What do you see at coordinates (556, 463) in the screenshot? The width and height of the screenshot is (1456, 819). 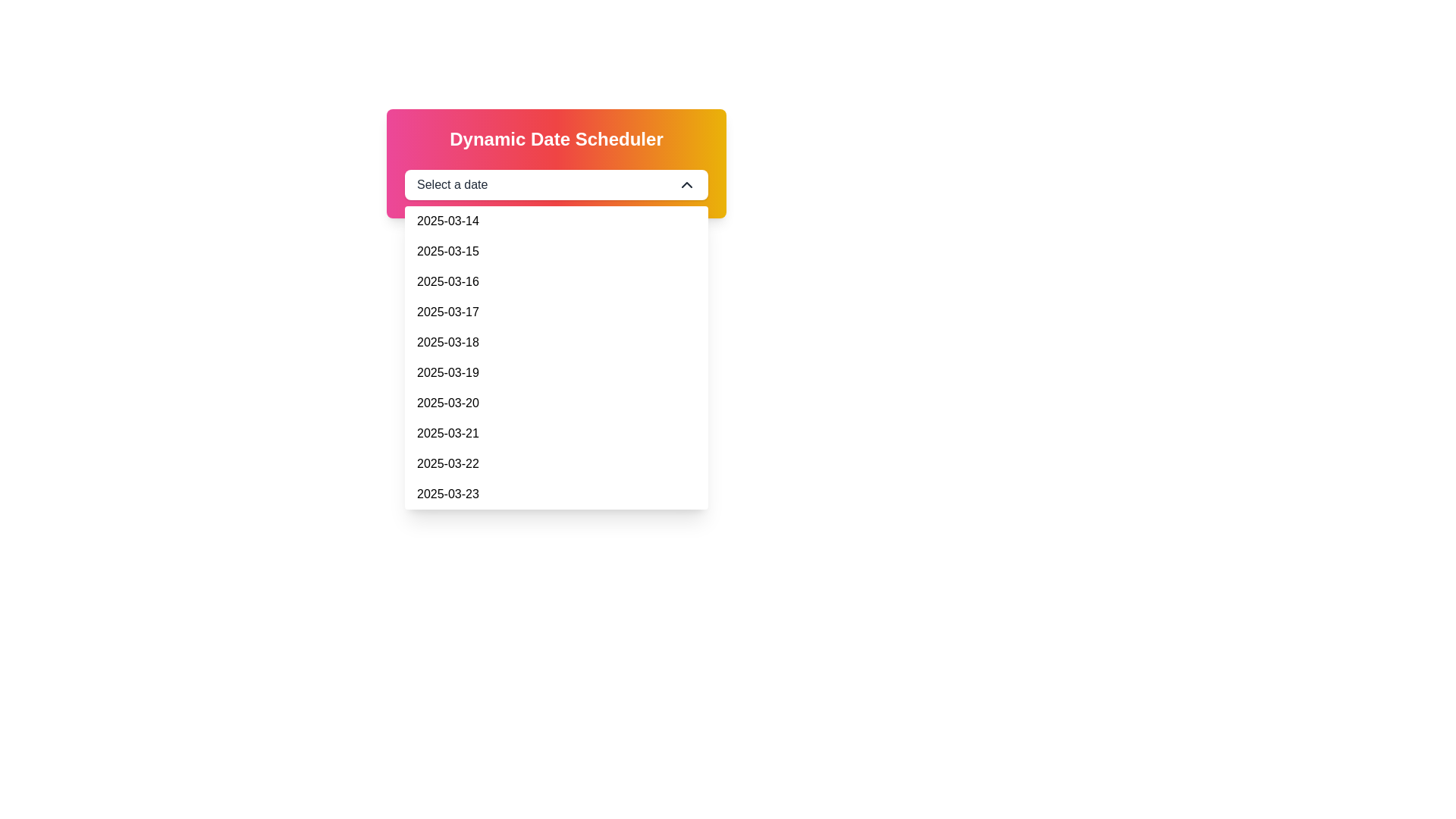 I see `the selectable option for the date '2025-03-22' in the dropdown list below '2025-03-21' and above '2025-03-23'` at bounding box center [556, 463].